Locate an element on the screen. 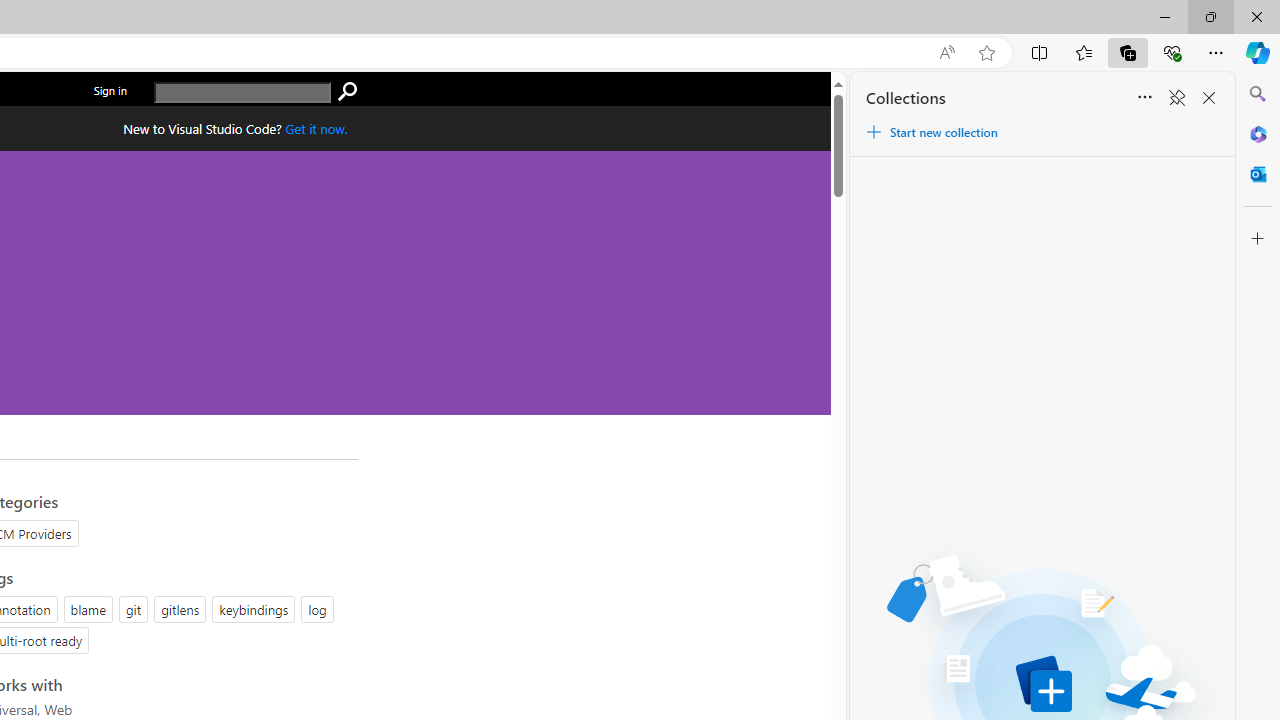 Image resolution: width=1280 pixels, height=720 pixels. 'Start new collection' is located at coordinates (930, 132).